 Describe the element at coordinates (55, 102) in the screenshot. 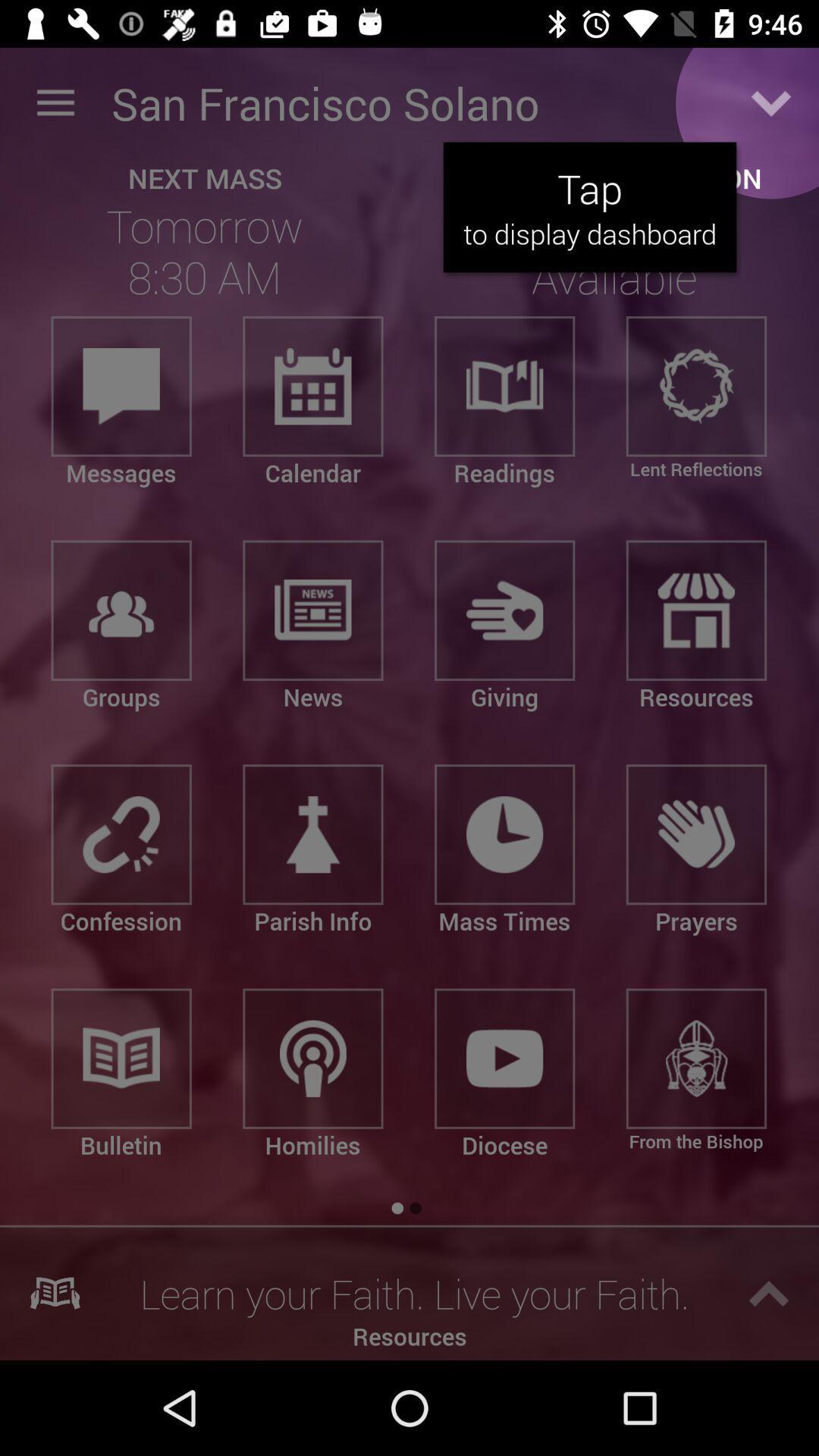

I see `the icon above the next mass item` at that location.